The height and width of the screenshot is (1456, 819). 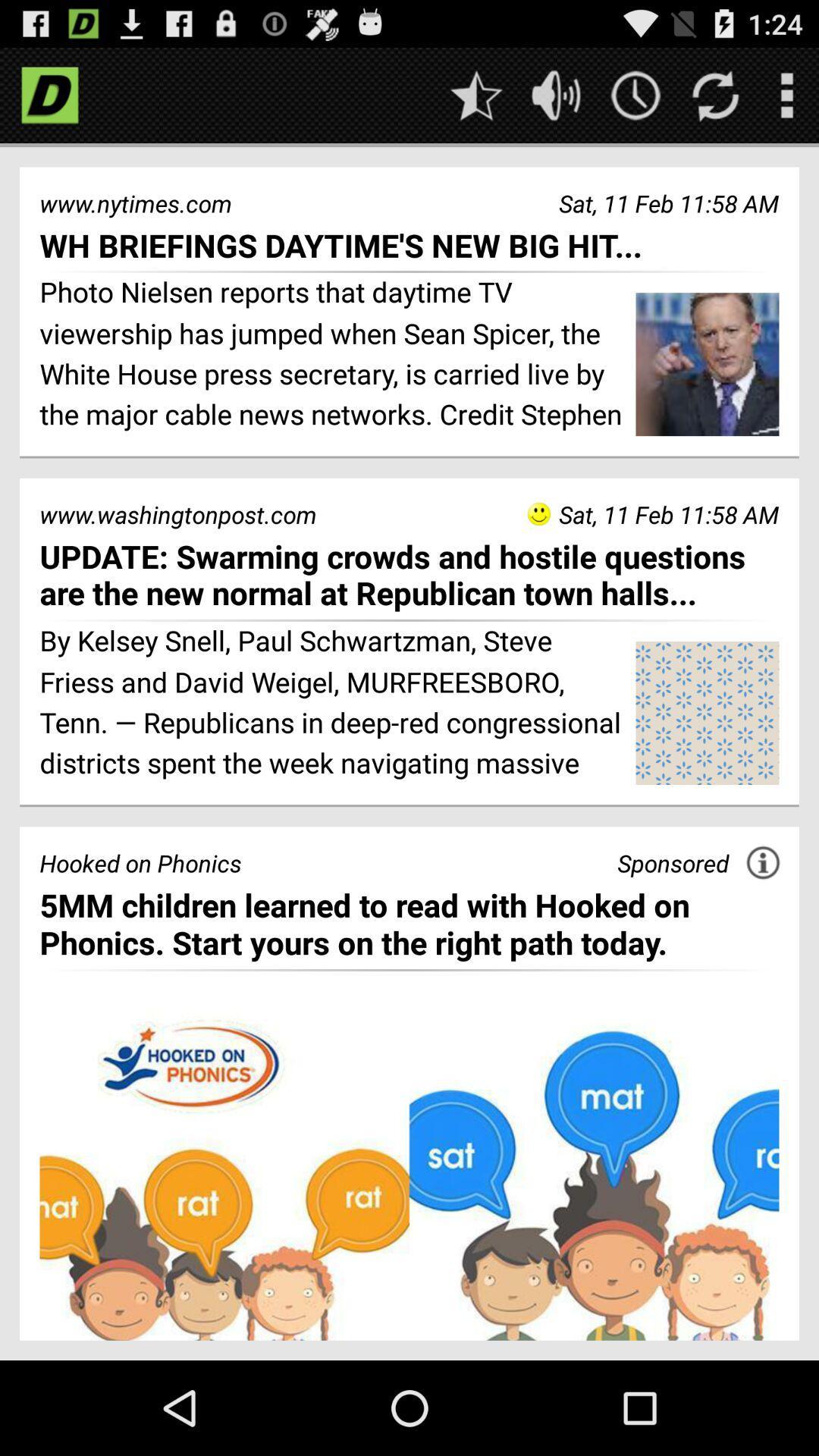 I want to click on photo nielsen reports, so click(x=331, y=355).